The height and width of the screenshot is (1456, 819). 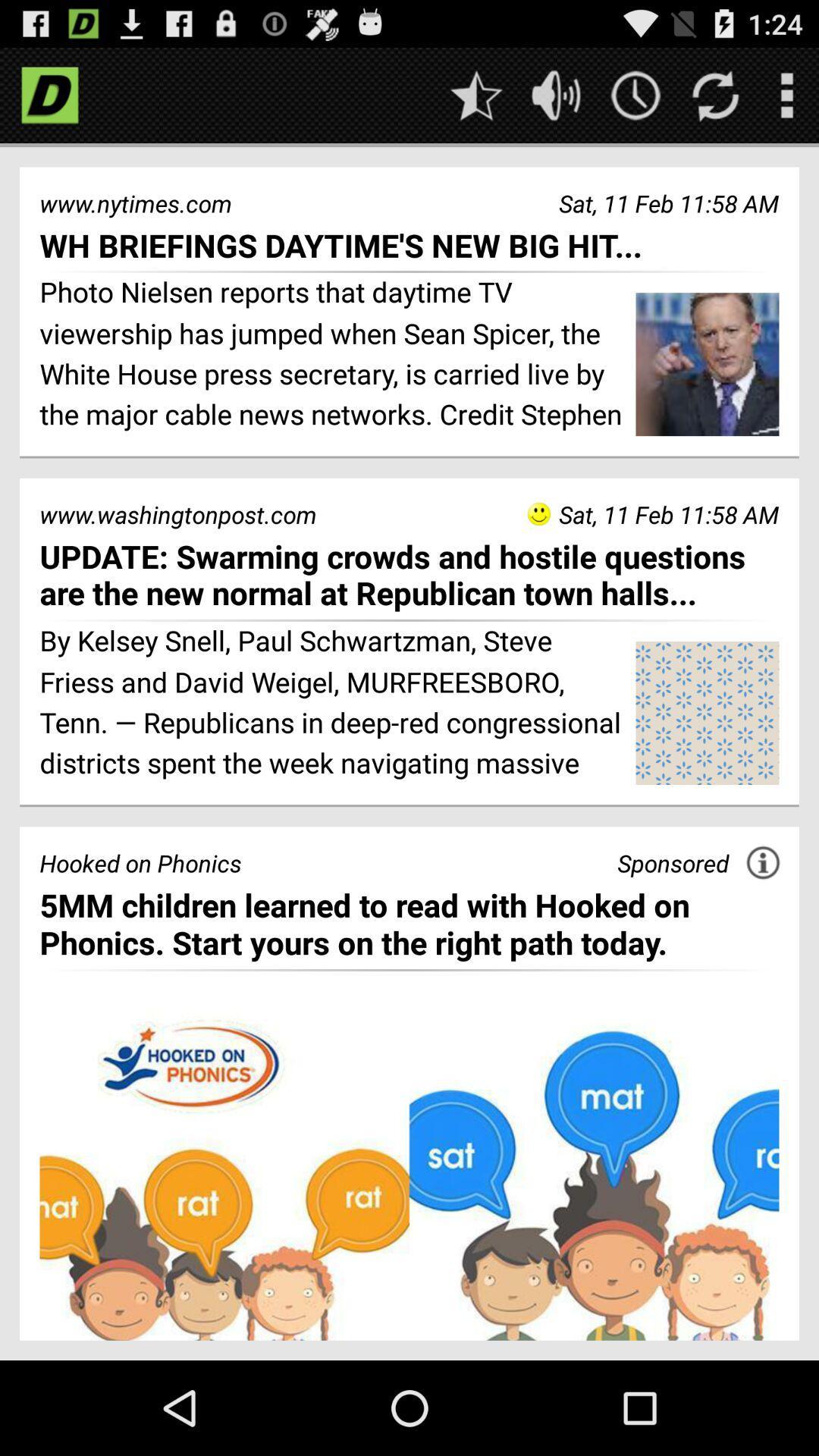 I want to click on photo nielsen reports, so click(x=331, y=355).